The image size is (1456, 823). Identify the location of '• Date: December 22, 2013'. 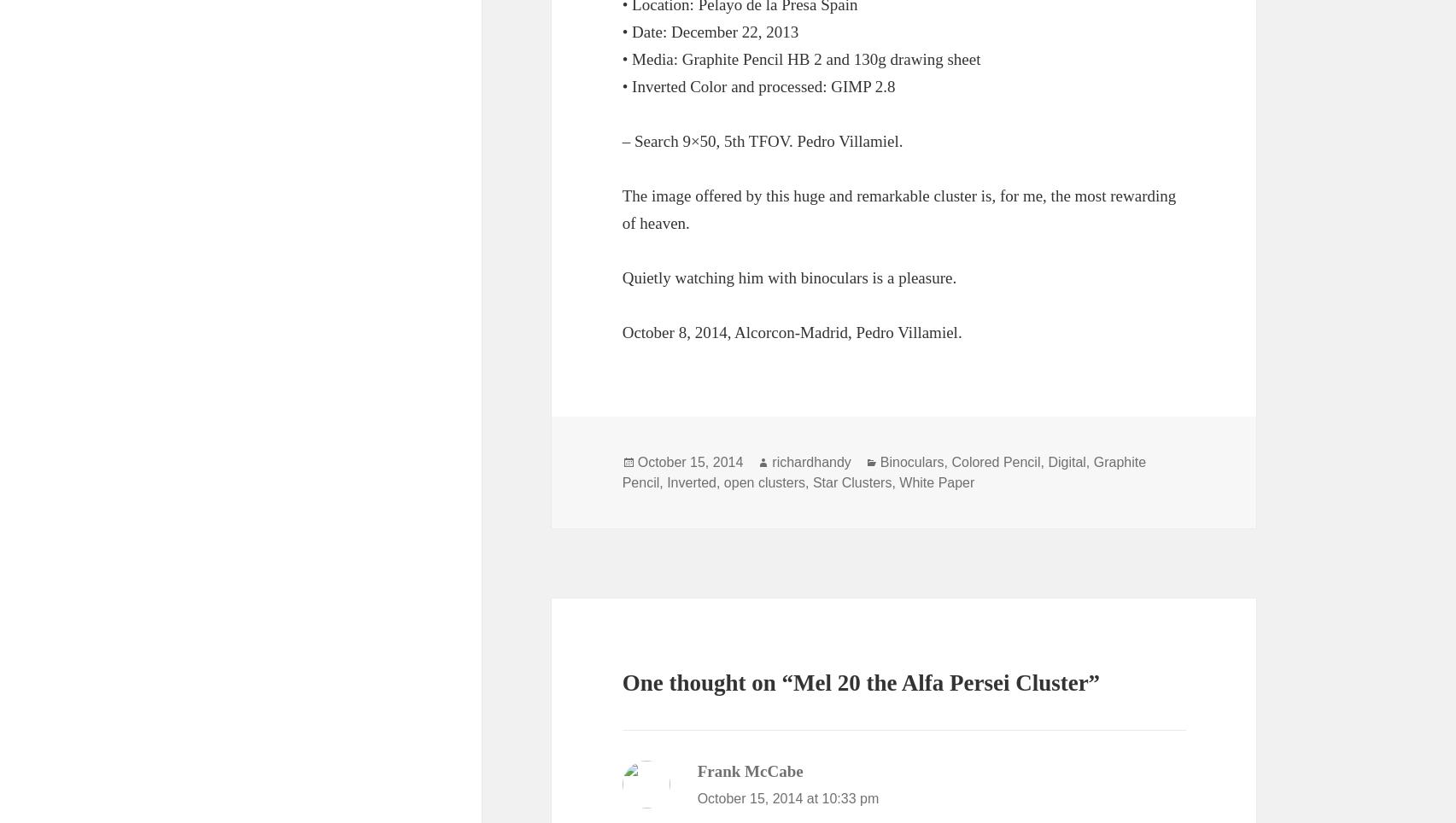
(710, 30).